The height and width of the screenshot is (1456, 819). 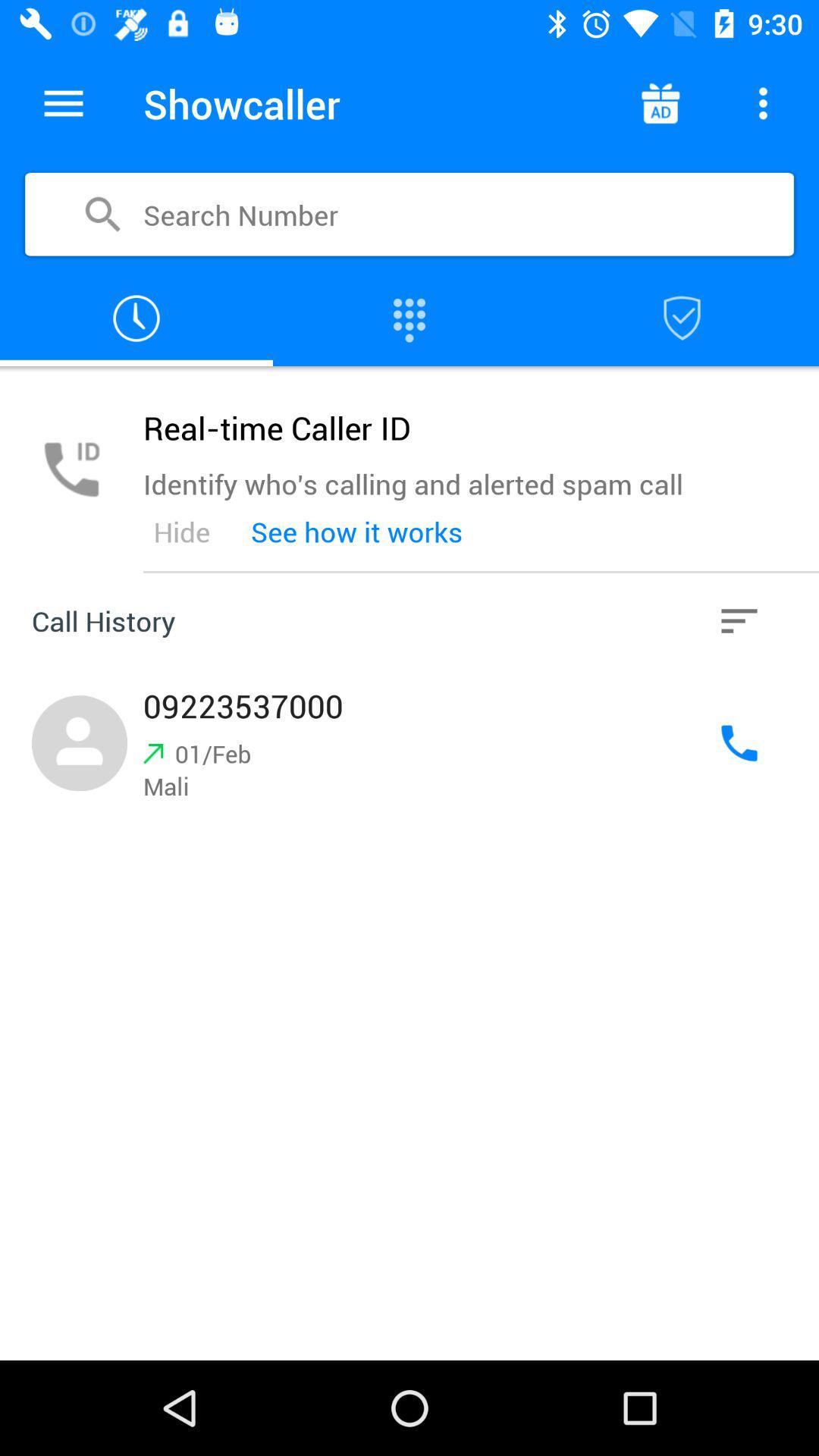 What do you see at coordinates (763, 102) in the screenshot?
I see `the more icon` at bounding box center [763, 102].